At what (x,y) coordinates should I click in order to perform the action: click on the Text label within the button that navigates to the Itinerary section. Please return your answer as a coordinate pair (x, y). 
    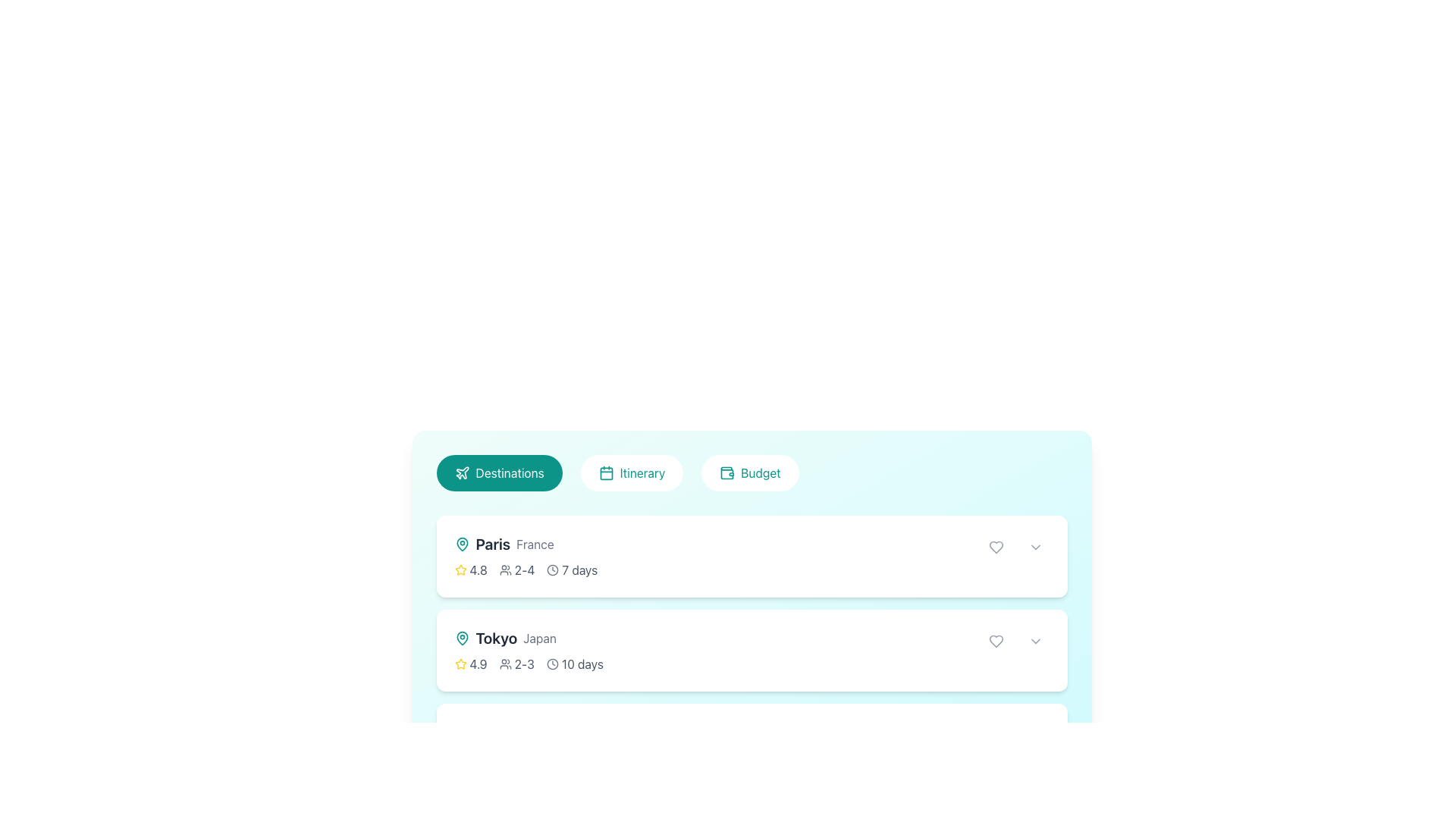
    Looking at the image, I should click on (642, 472).